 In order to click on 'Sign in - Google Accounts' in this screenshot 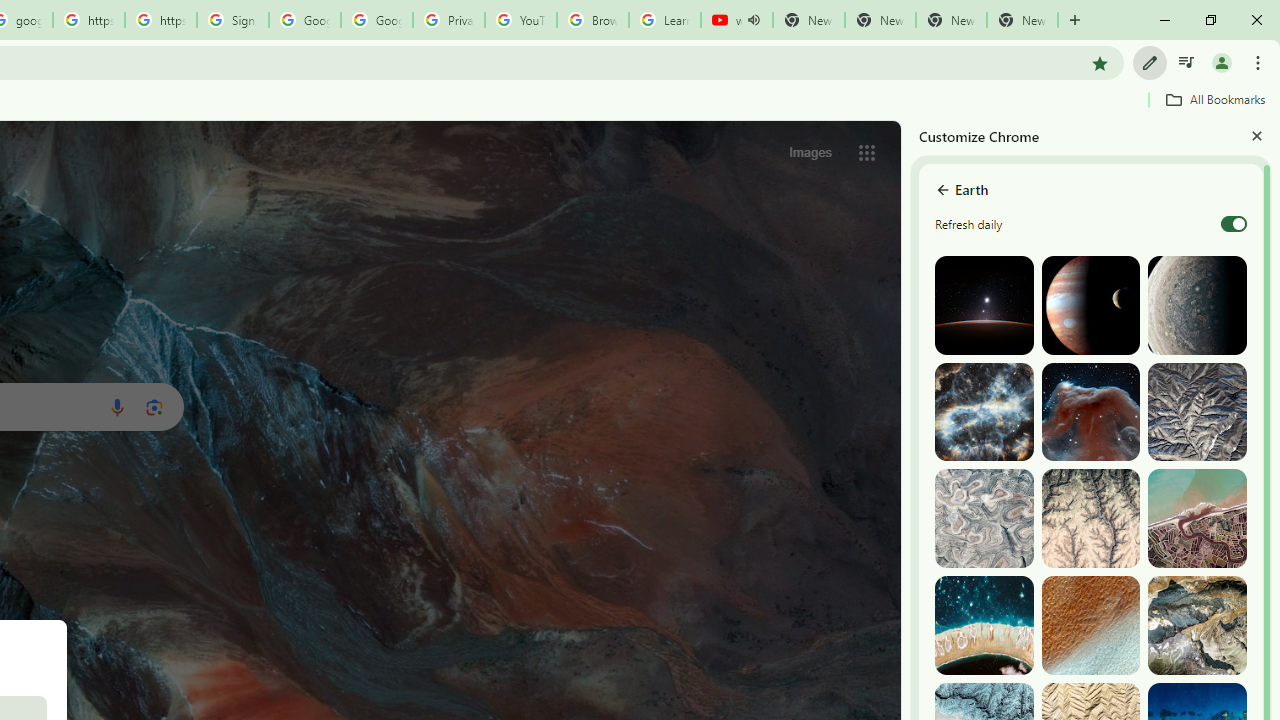, I will do `click(232, 20)`.